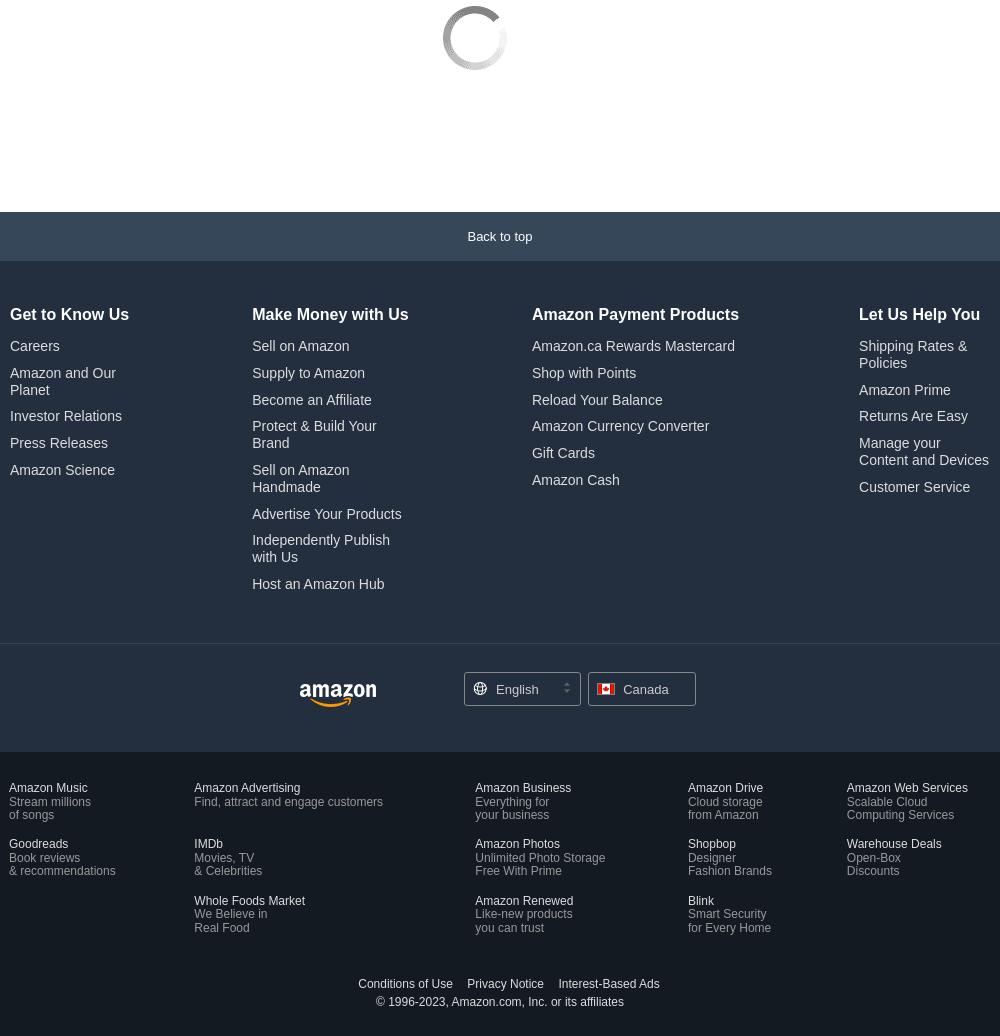 The width and height of the screenshot is (1000, 1036). I want to click on 'Amazon Currency Converter', so click(619, 292).